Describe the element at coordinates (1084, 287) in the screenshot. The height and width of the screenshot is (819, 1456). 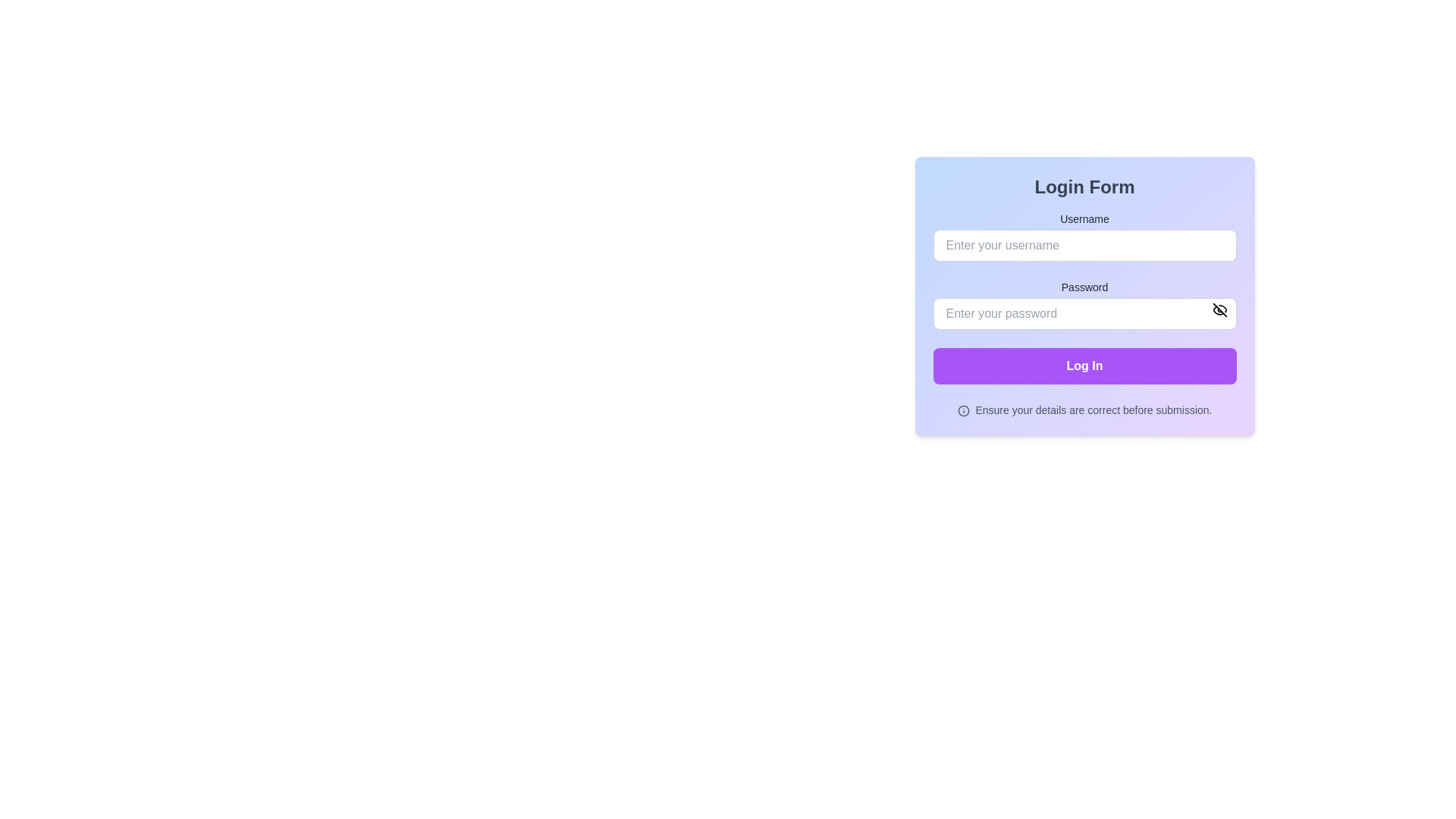
I see `the 'Password' text label, which is styled in a sans-serif font and is positioned above the corresponding input field in the form layout` at that location.